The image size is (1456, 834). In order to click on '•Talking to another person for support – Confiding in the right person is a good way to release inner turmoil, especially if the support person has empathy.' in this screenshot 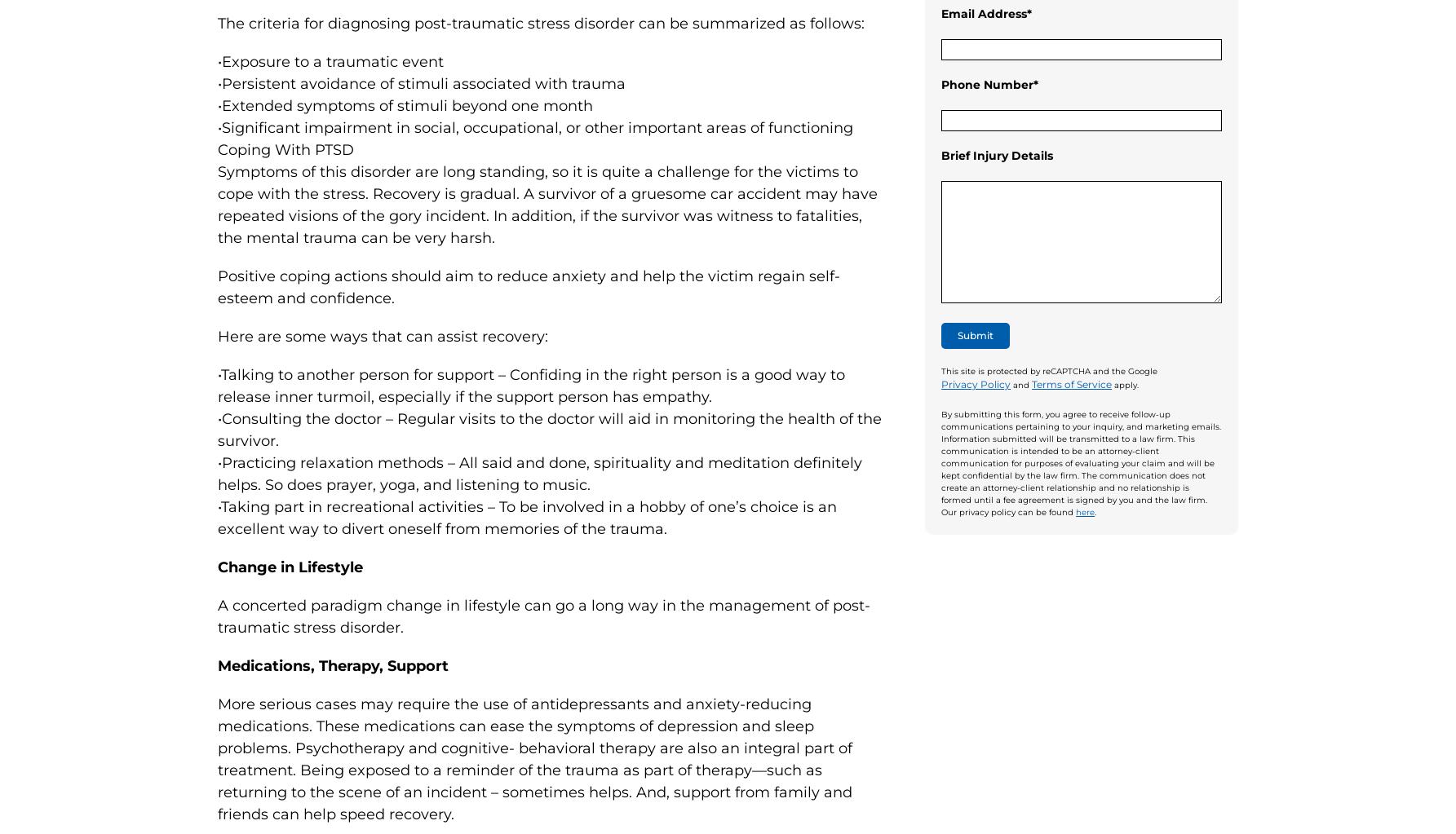, I will do `click(530, 384)`.